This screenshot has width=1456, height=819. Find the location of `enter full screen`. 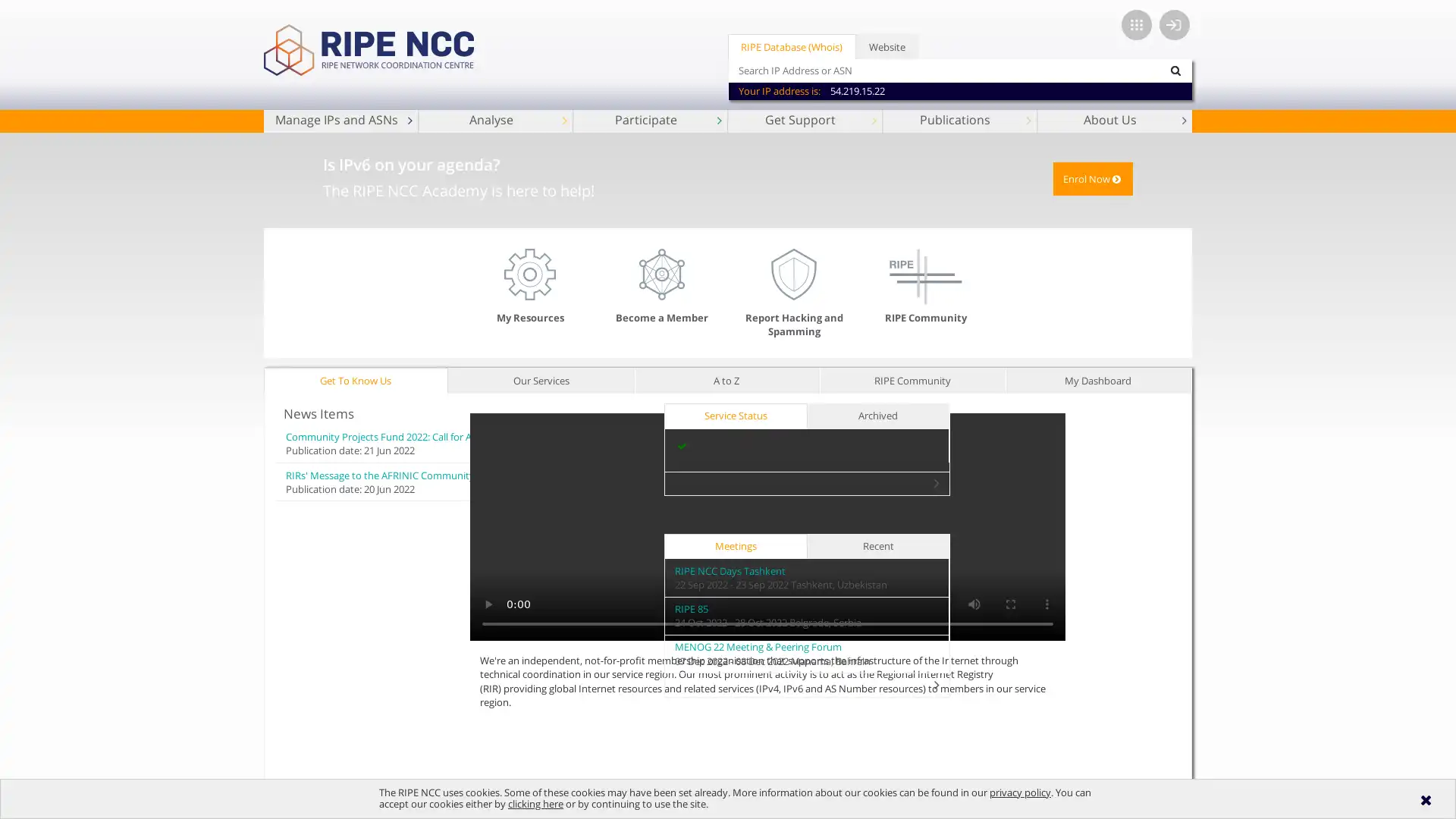

enter full screen is located at coordinates (1125, 602).